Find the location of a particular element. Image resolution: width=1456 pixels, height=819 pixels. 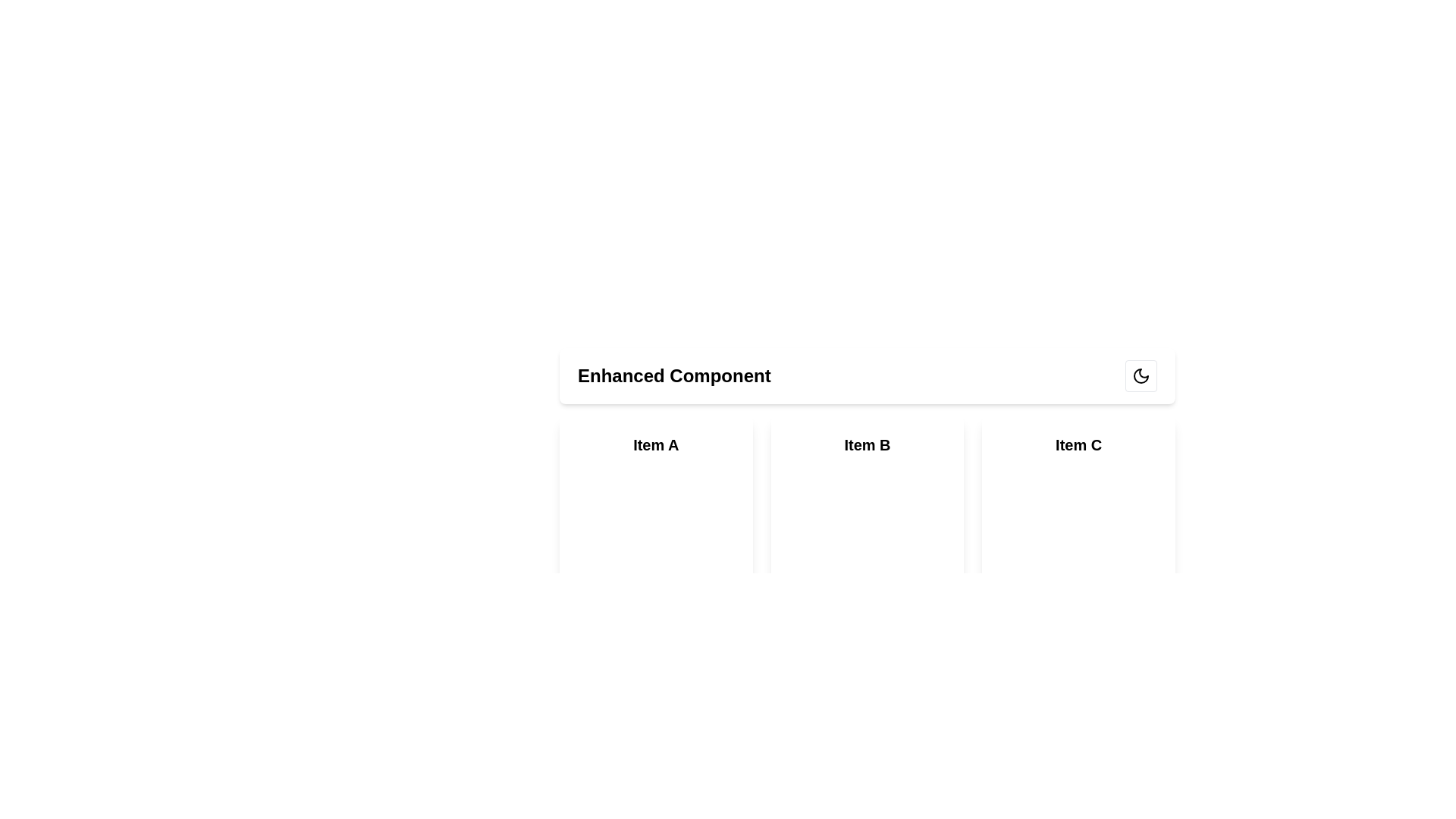

the moon icon, which is styled as an outlined crescent with a black stroke on a transparent background, located inside a bordered, rounded button area in the top-right corner of the interface is located at coordinates (1141, 375).